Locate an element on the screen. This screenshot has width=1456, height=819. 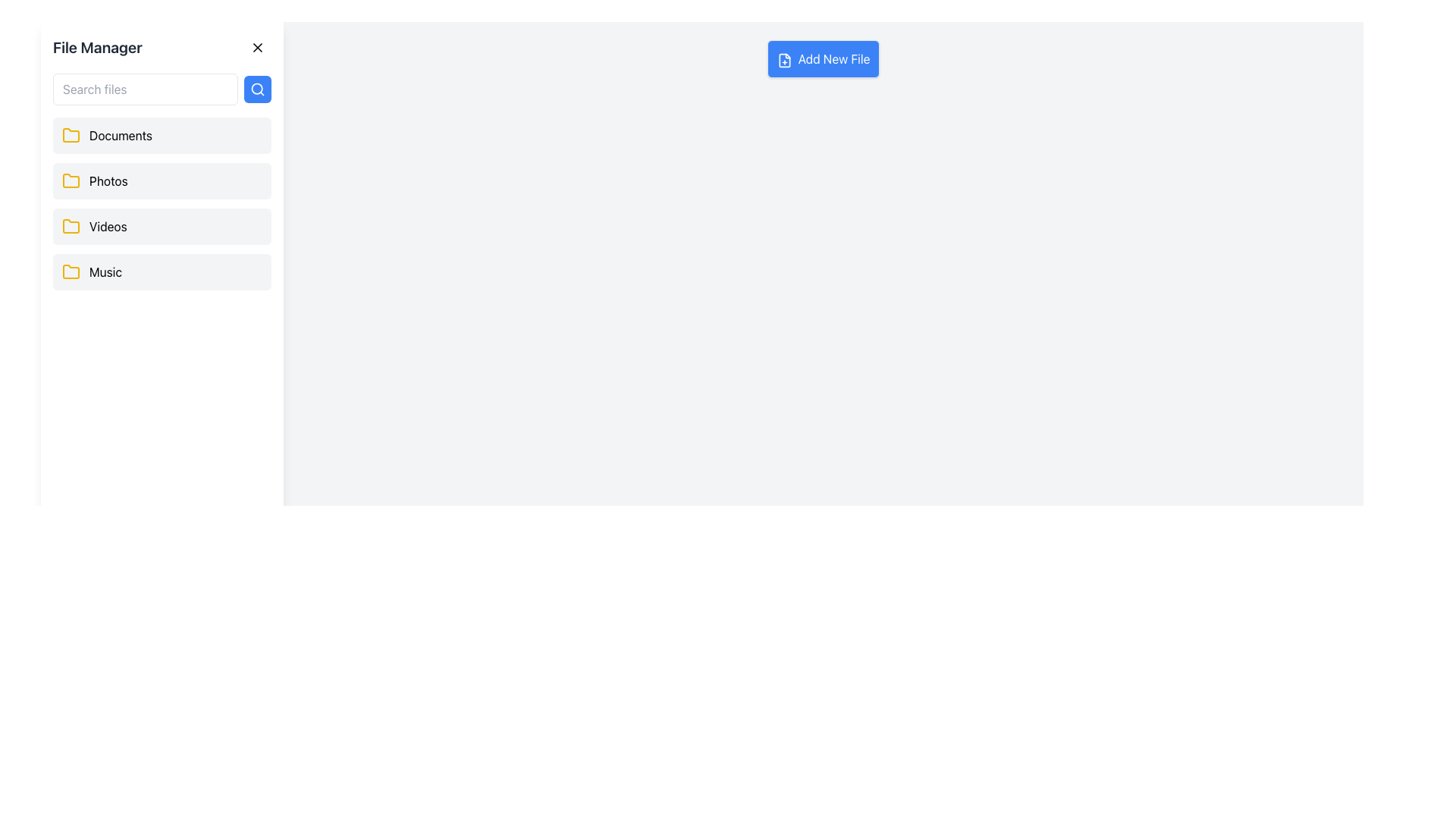
the magnifying glass icon located within the rounded blue button at the top-right corner of the sidebar is located at coordinates (258, 89).